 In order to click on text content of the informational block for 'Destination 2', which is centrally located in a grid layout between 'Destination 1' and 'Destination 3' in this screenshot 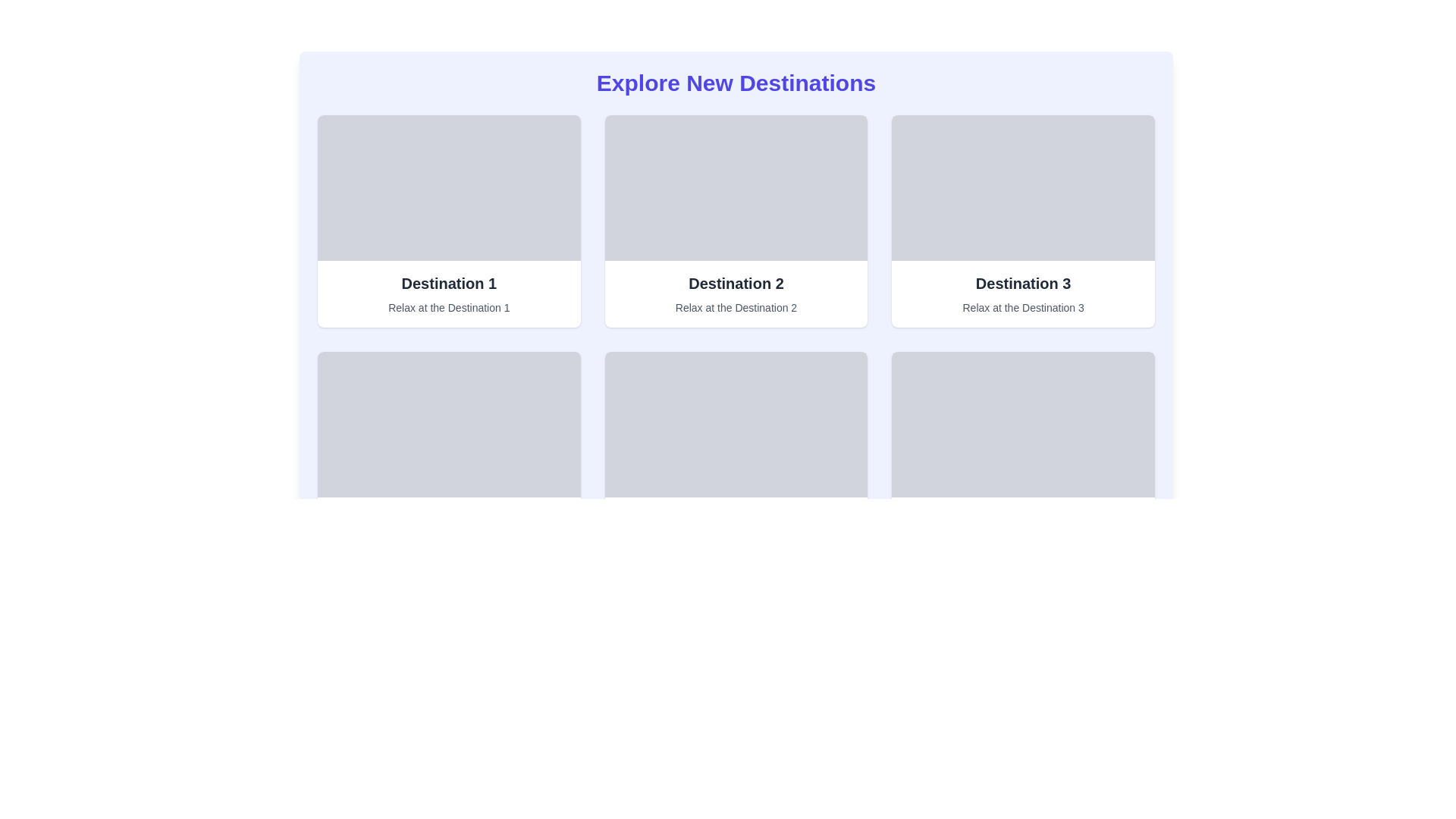, I will do `click(736, 294)`.